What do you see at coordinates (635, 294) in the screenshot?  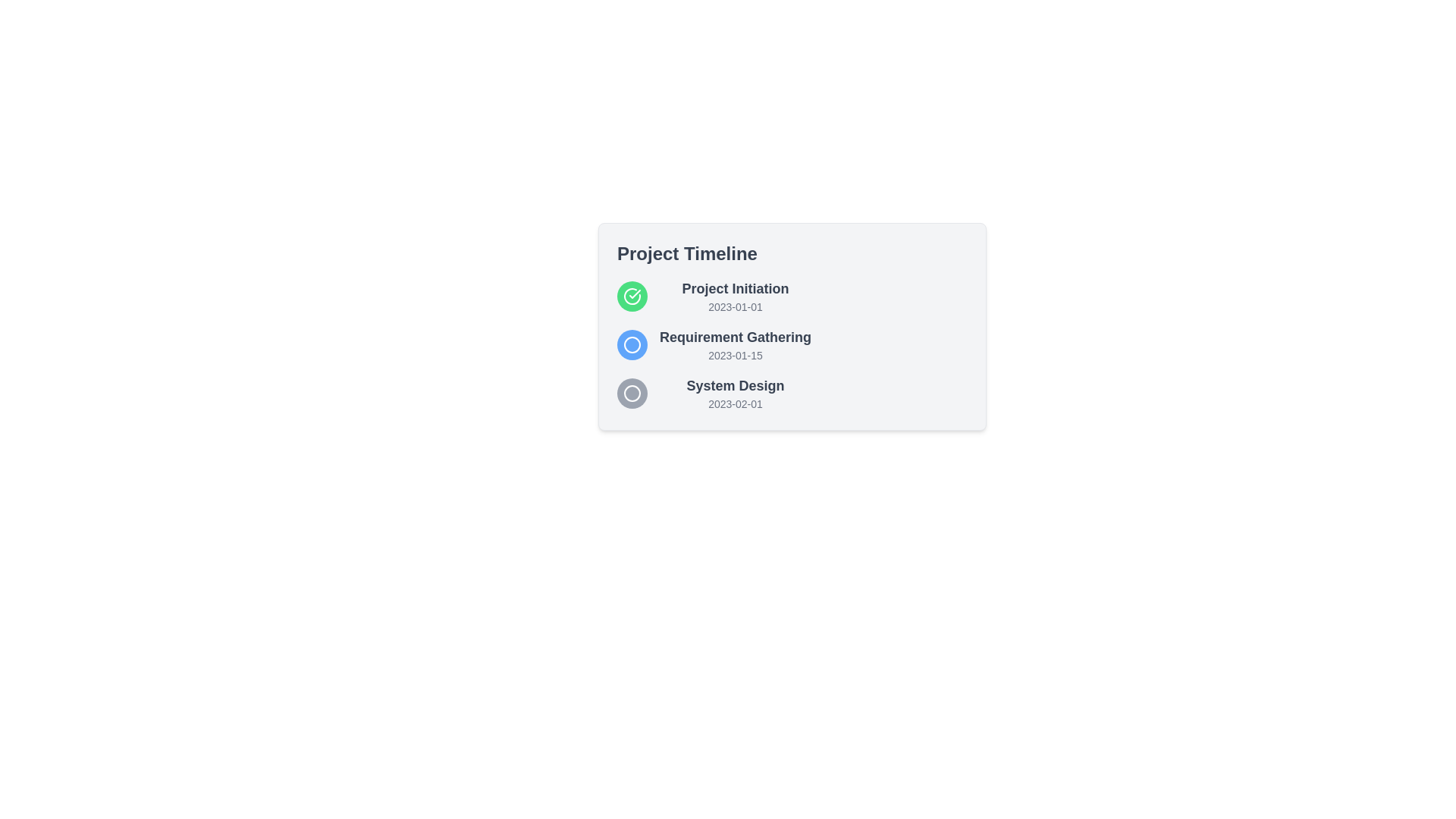 I see `the checkmark icon in the SVG graphic that is adjacent to the 'Project Initiation' entry in the timeline` at bounding box center [635, 294].